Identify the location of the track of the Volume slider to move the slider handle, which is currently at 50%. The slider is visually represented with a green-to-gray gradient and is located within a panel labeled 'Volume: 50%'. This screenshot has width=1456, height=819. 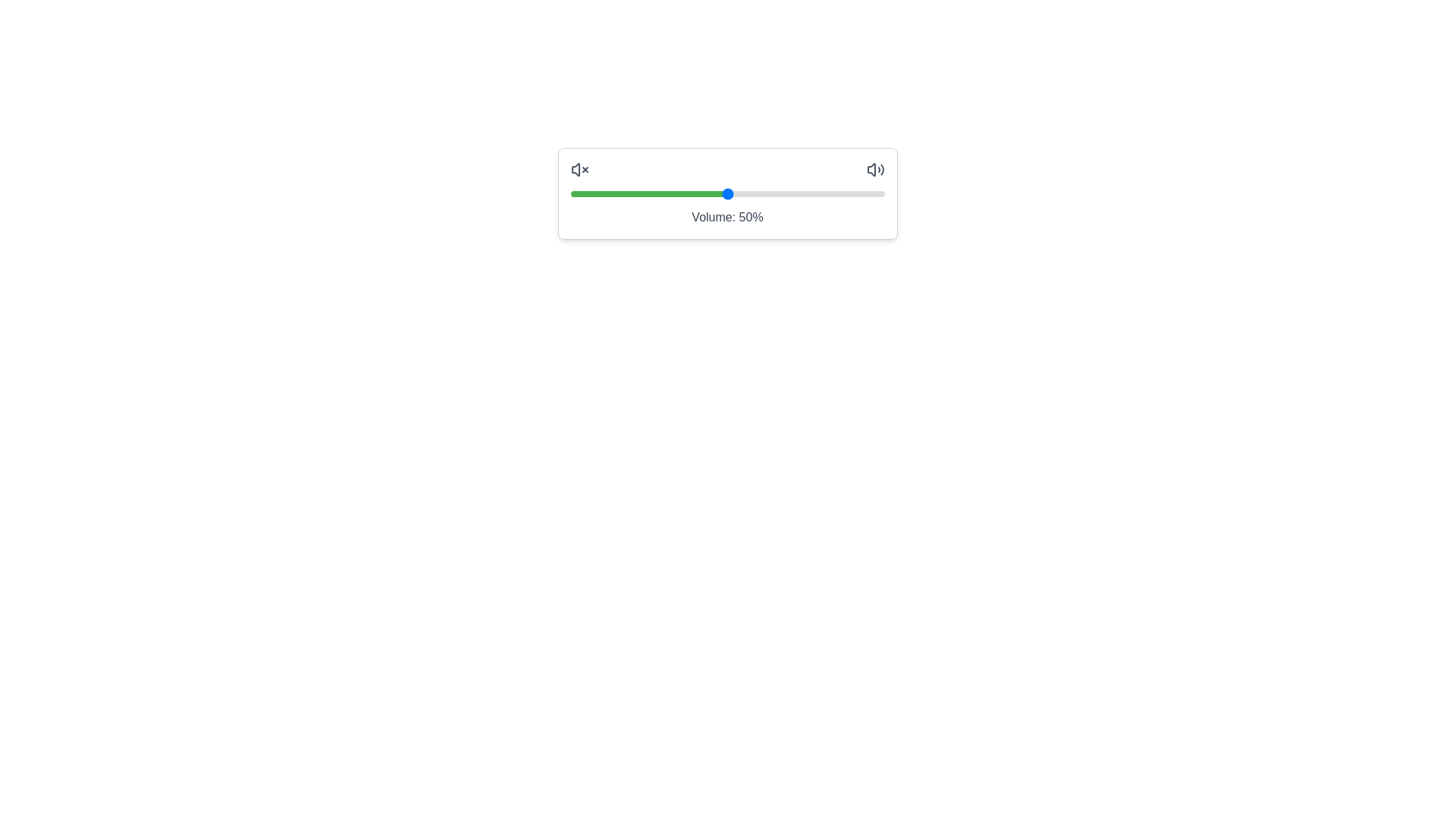
(726, 193).